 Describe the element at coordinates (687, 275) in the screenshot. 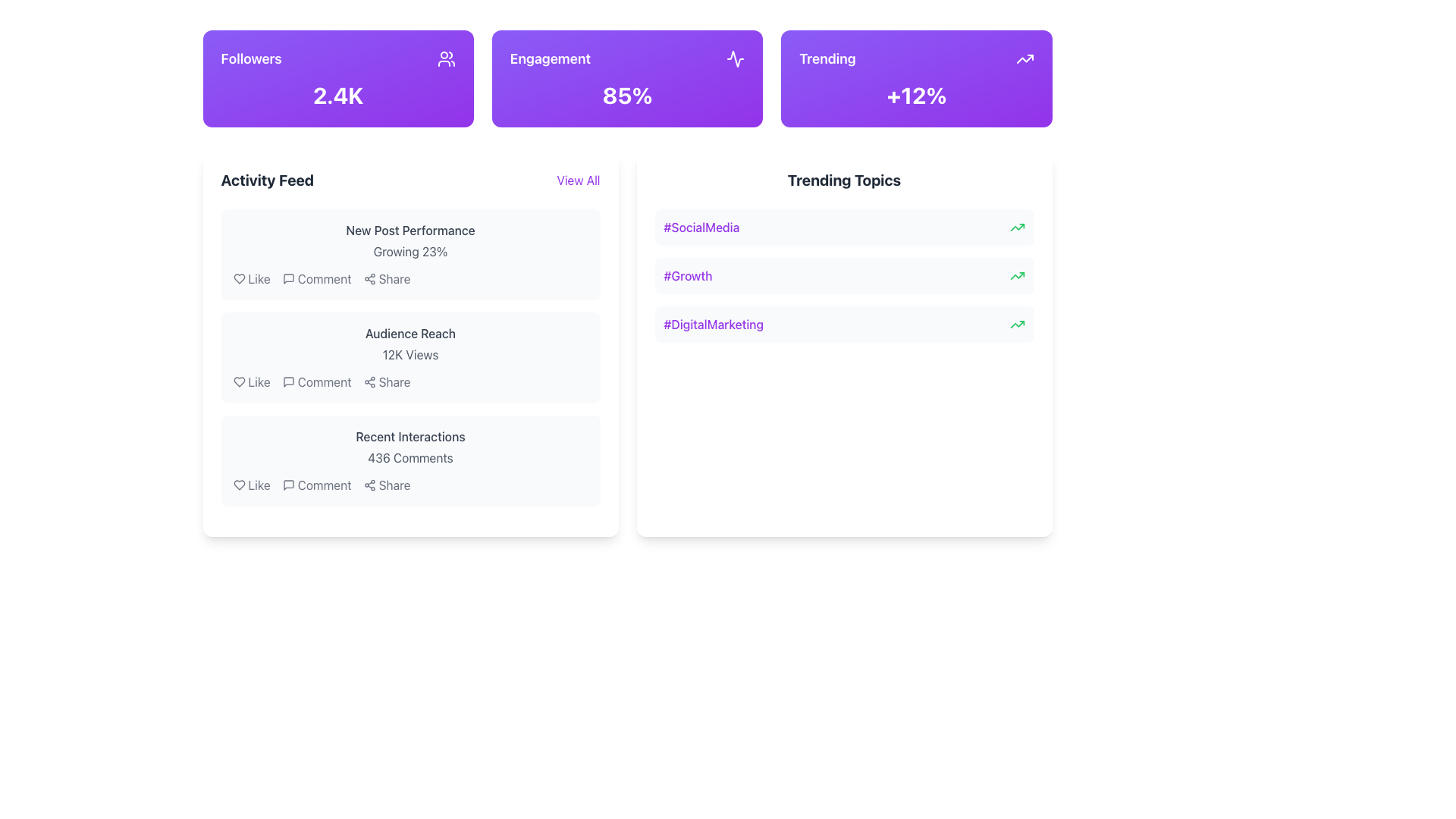

I see `the text label displaying '#Growth' which is the second hashtag in the 'Trending Topics' list` at that location.